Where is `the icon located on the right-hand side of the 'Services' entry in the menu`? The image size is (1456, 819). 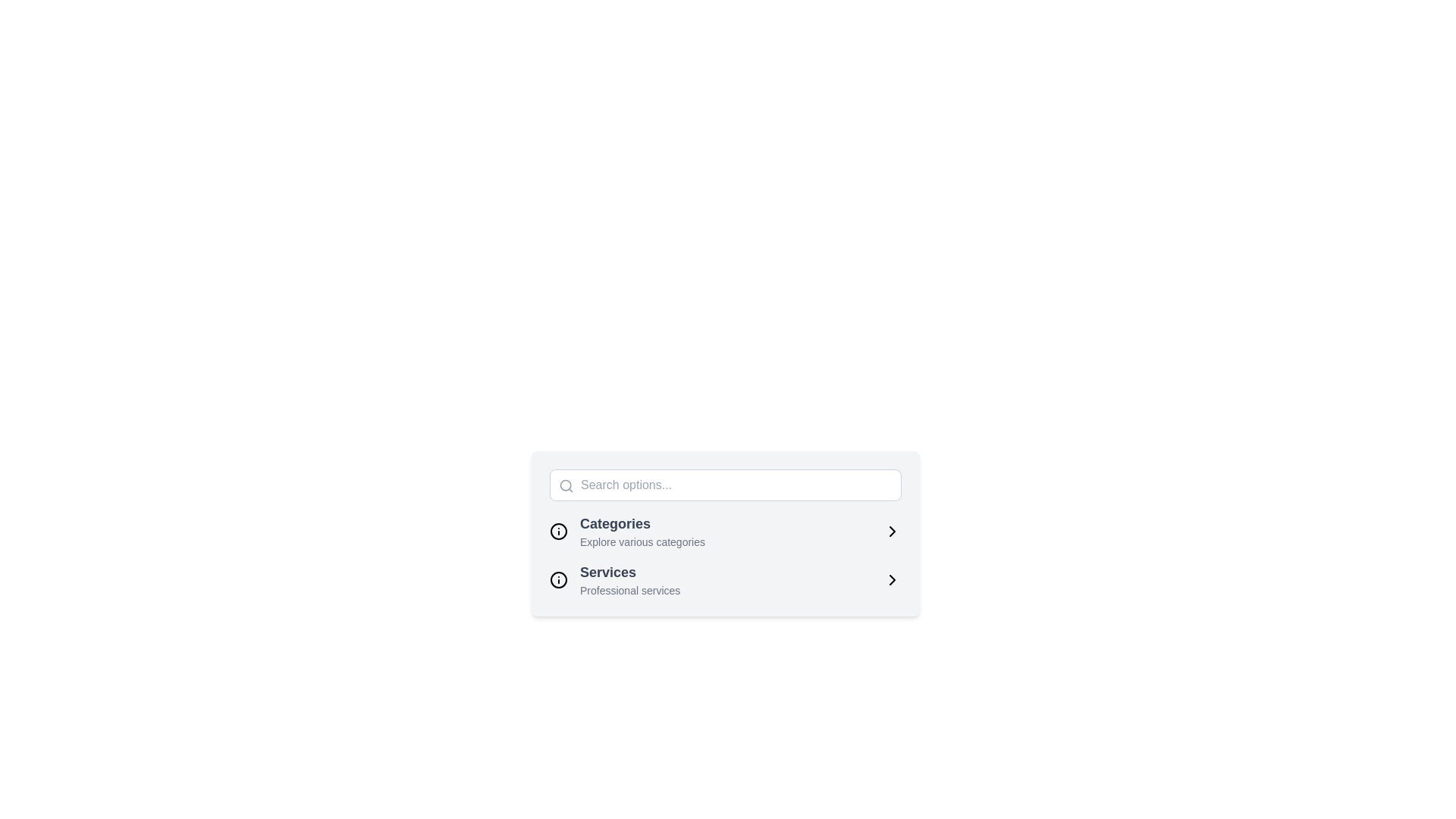 the icon located on the right-hand side of the 'Services' entry in the menu is located at coordinates (892, 579).